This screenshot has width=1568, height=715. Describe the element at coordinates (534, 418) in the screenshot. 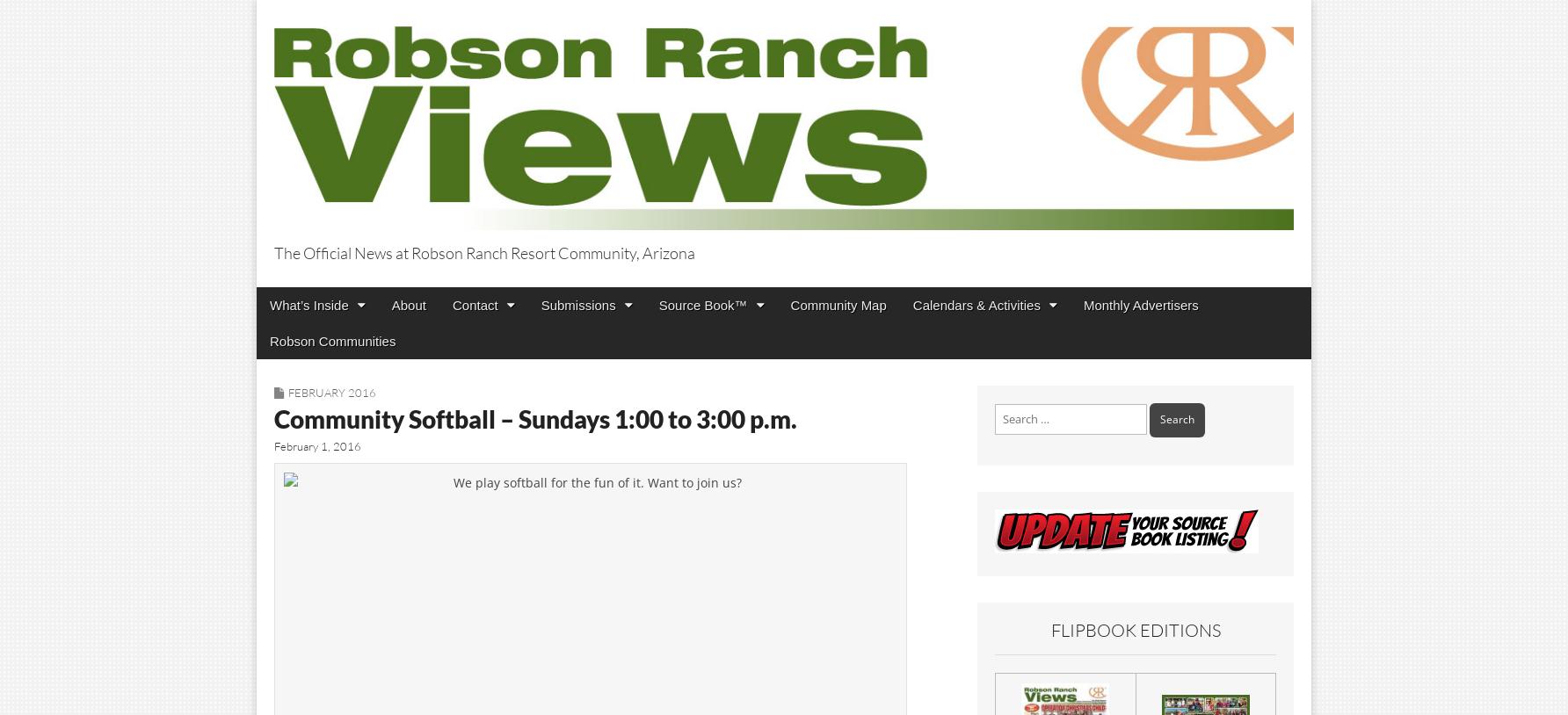

I see `'Community Softball – Sundays 1:00 to 3:00 p.m.'` at that location.